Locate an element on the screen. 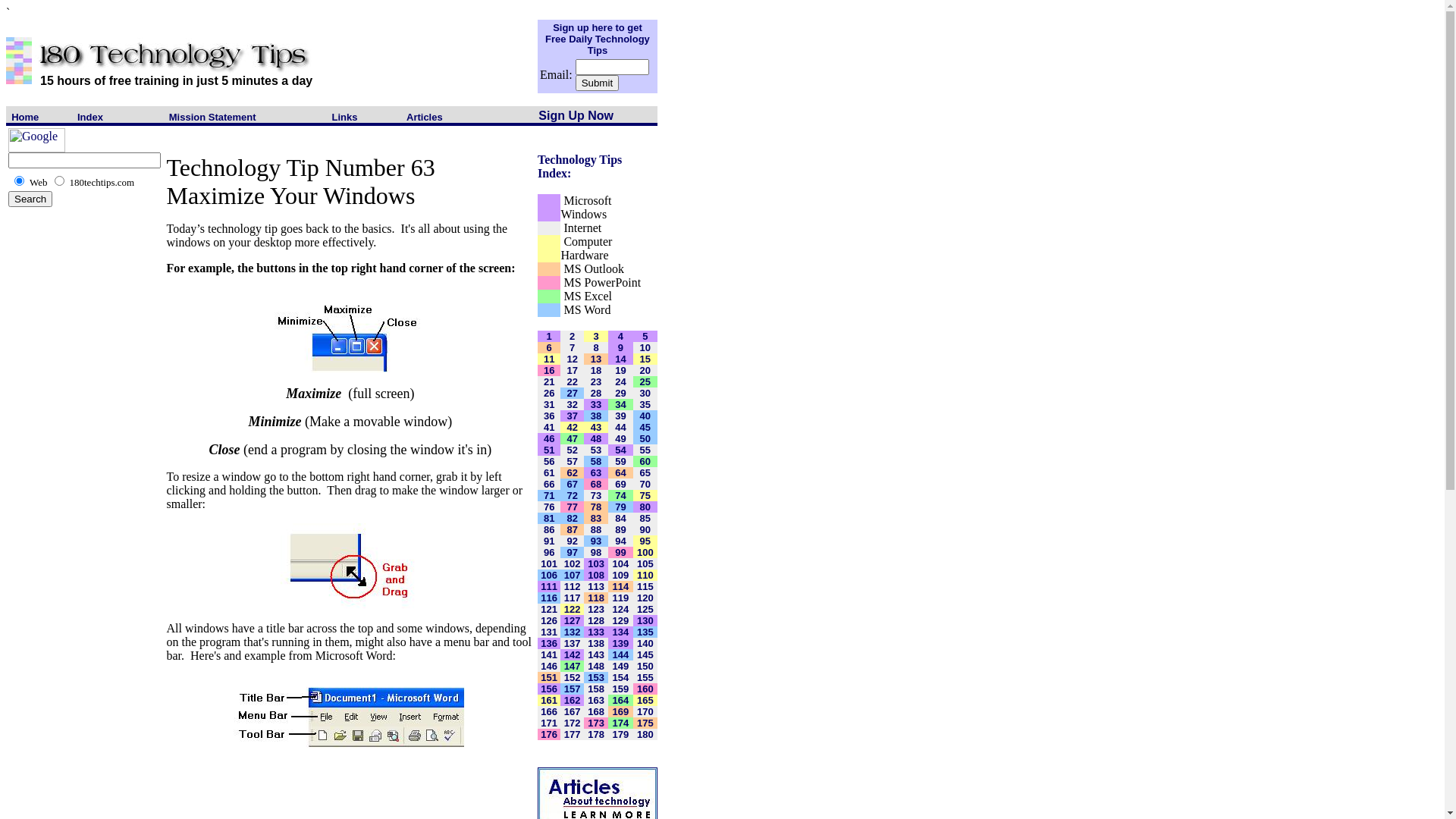 The width and height of the screenshot is (1456, 819). '79' is located at coordinates (620, 507).